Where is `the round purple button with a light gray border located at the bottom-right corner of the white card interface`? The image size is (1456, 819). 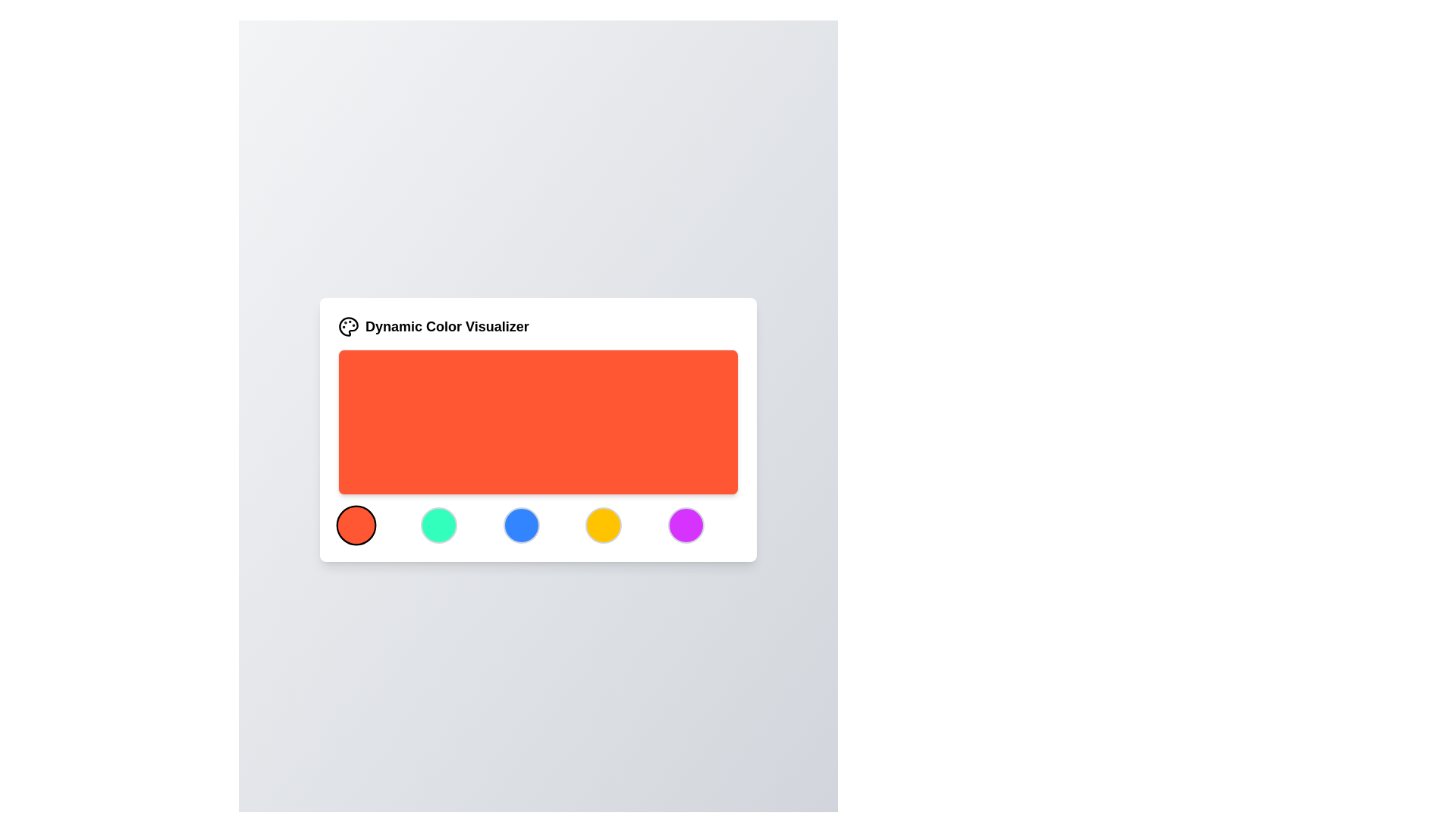 the round purple button with a light gray border located at the bottom-right corner of the white card interface is located at coordinates (686, 525).